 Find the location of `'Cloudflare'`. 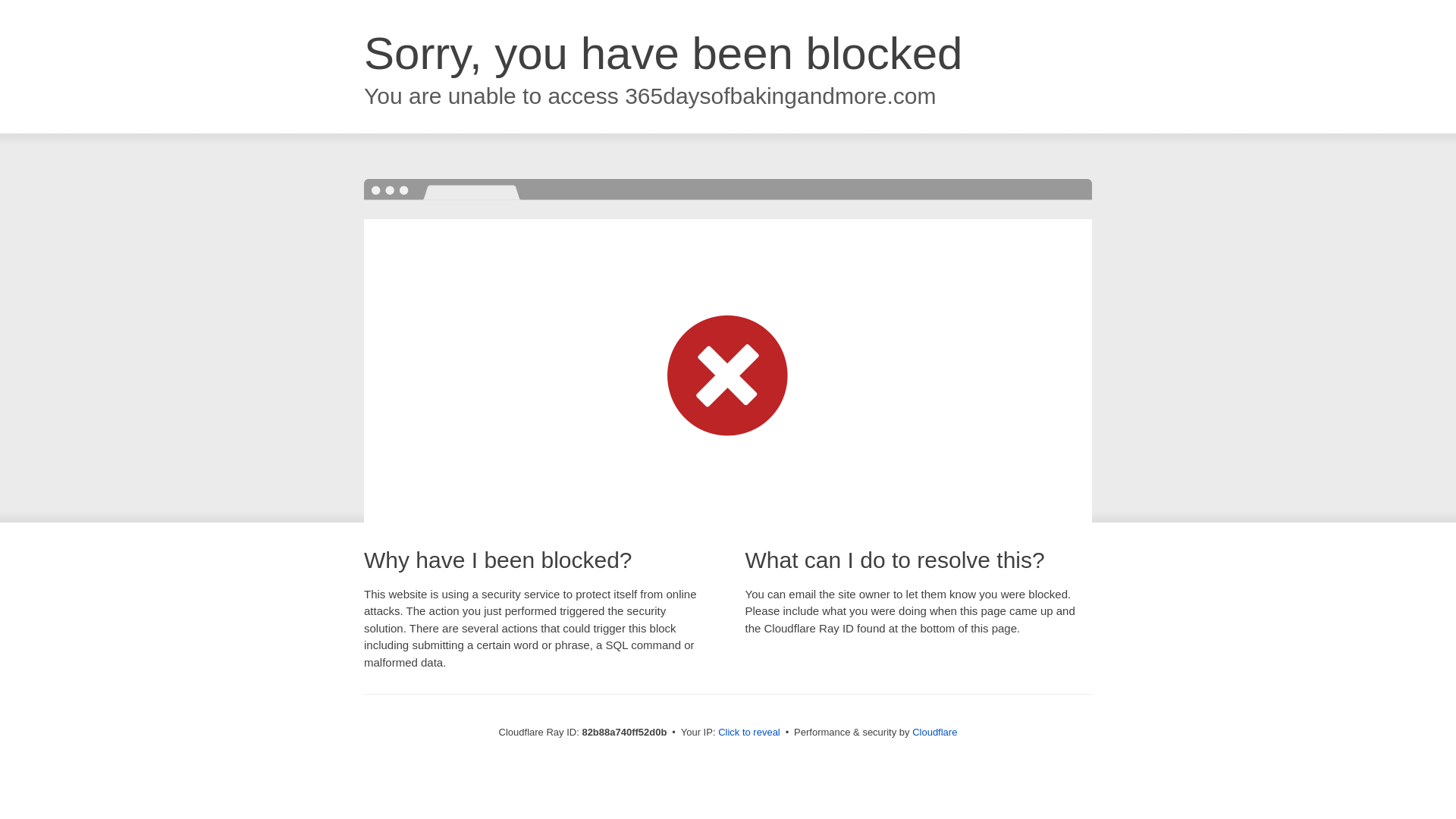

'Cloudflare' is located at coordinates (934, 731).